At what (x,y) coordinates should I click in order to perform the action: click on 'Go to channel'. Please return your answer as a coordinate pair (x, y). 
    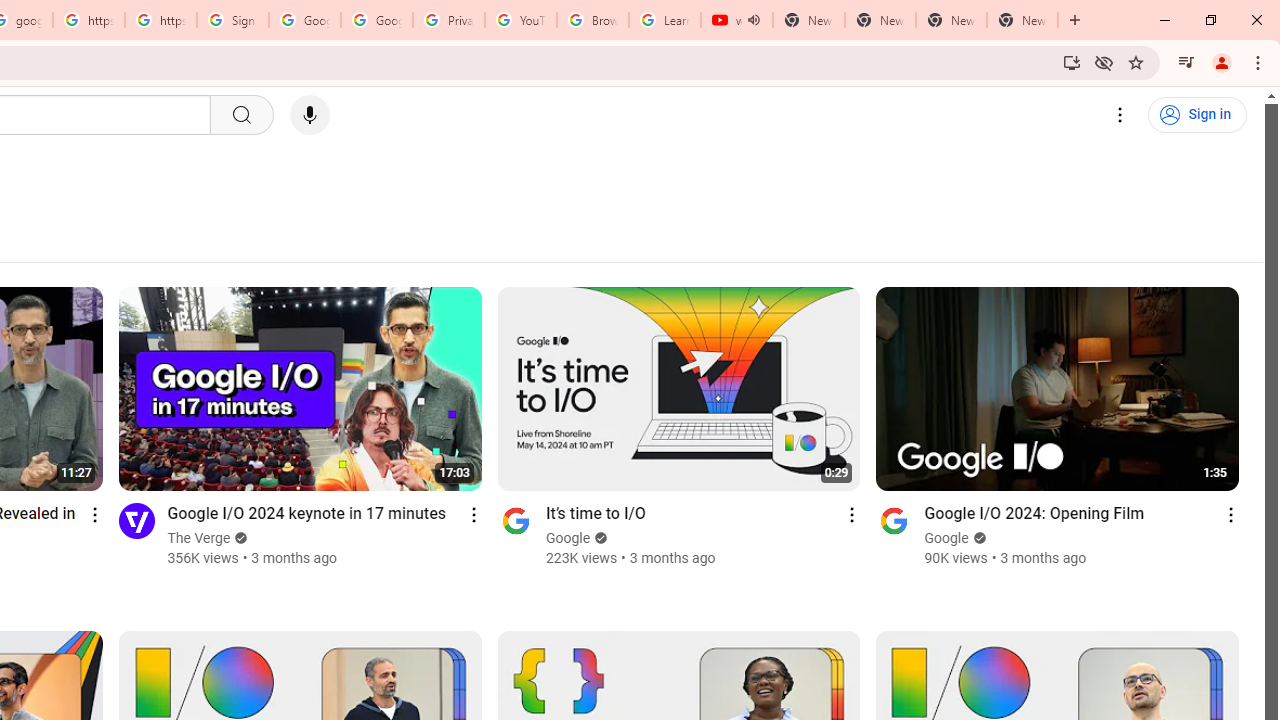
    Looking at the image, I should click on (893, 519).